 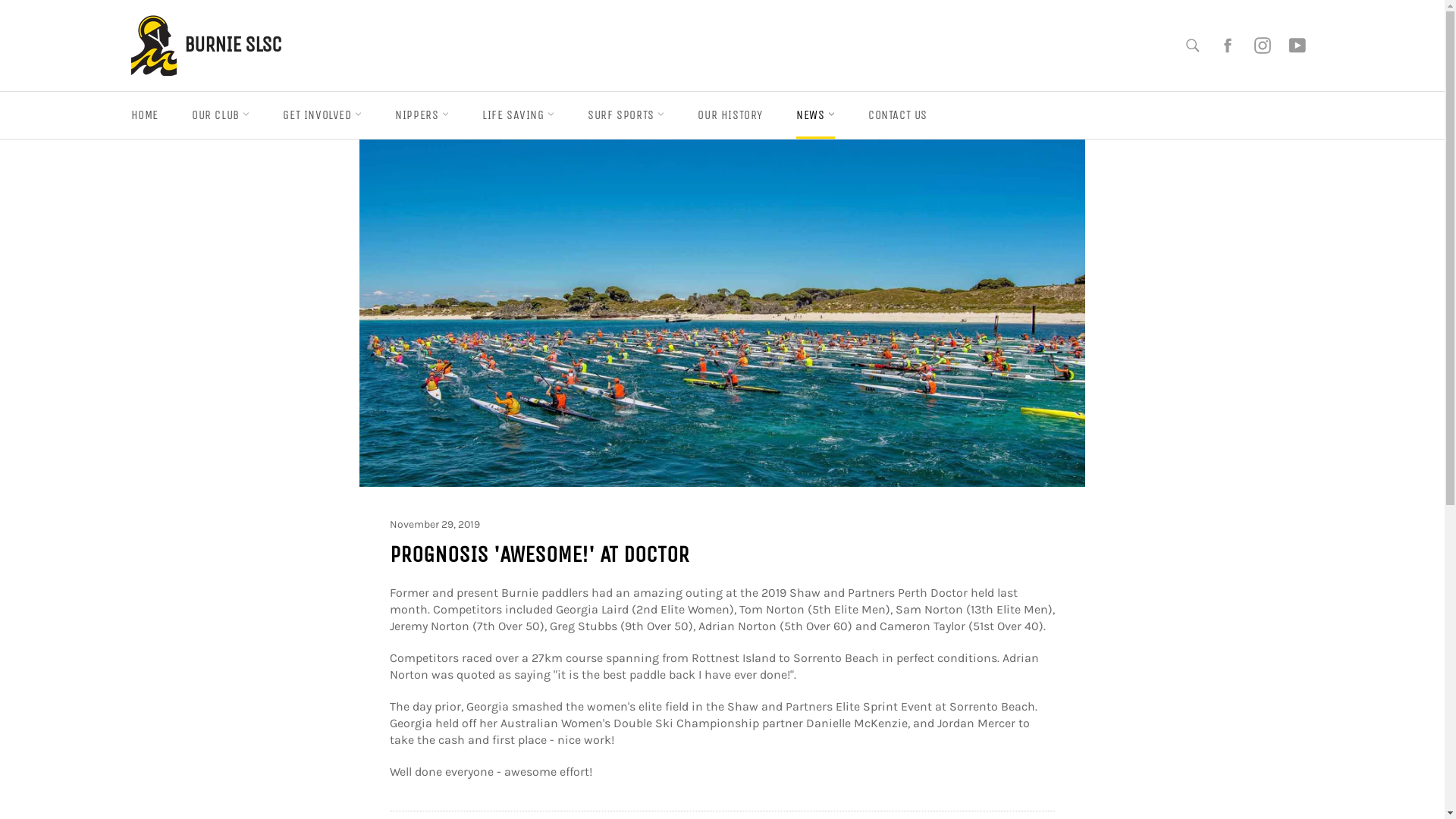 I want to click on 'GET INVOLVED', so click(x=268, y=114).